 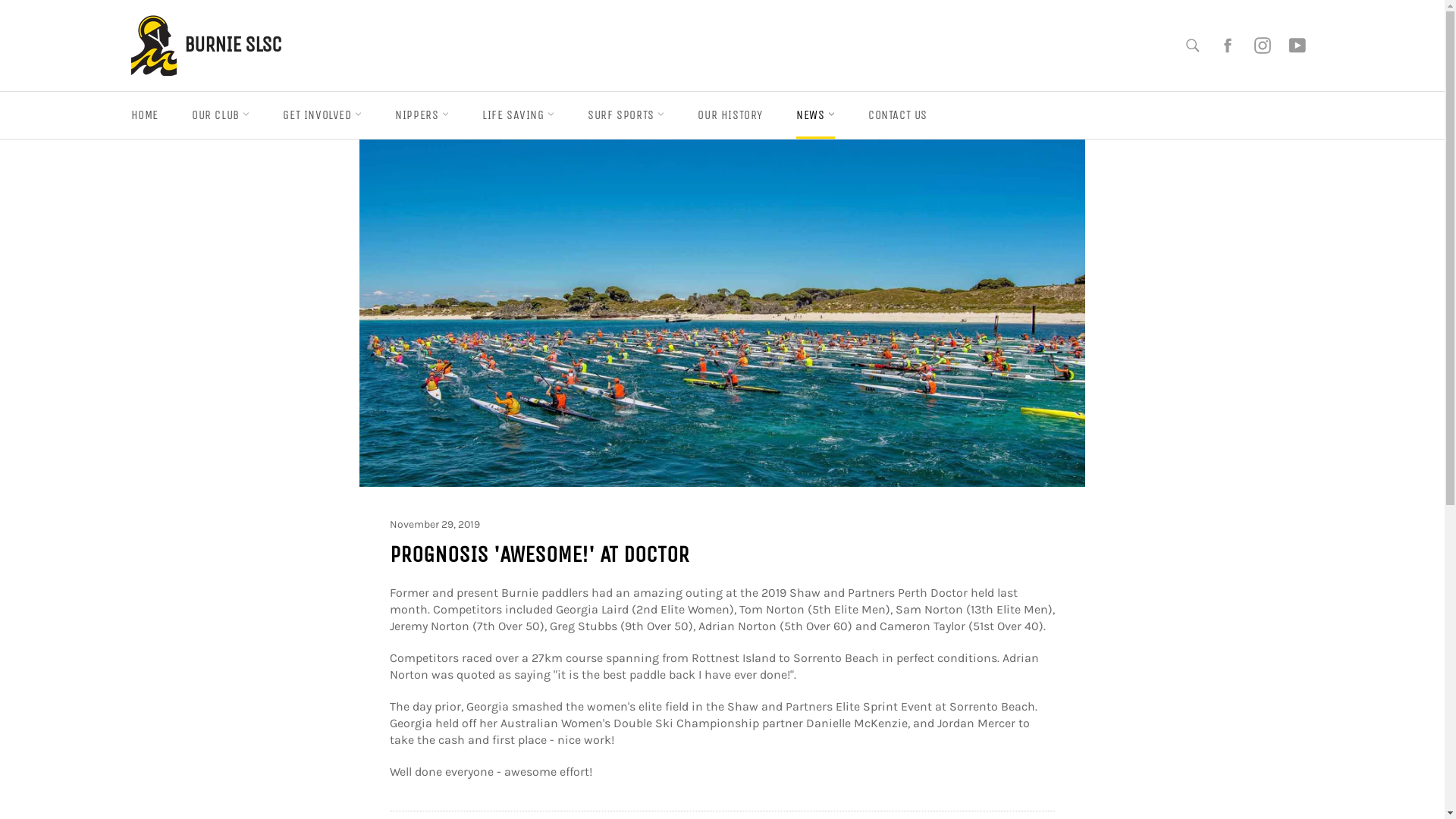 I want to click on 'GET INVOLVED', so click(x=268, y=114).